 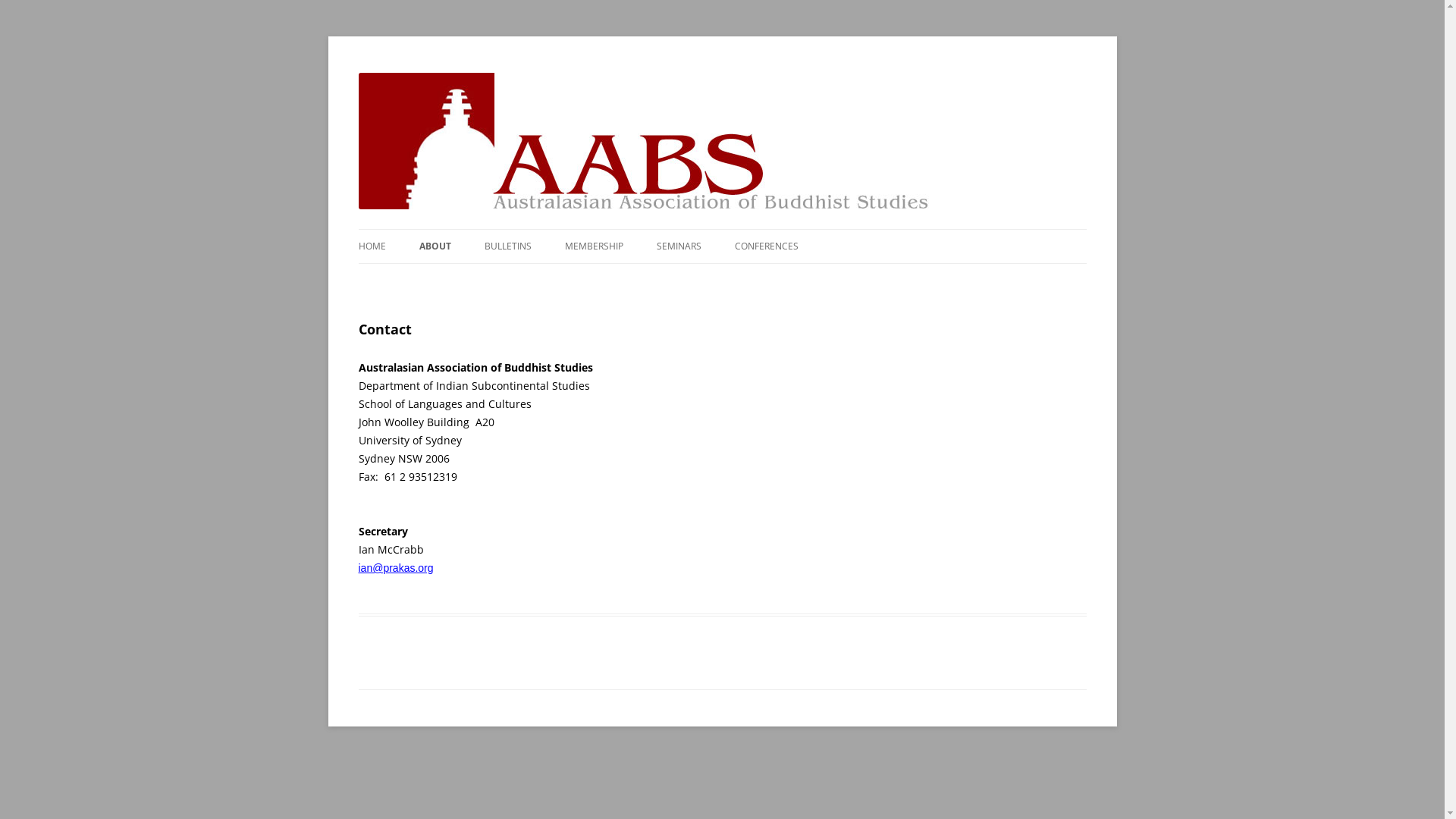 What do you see at coordinates (494, 278) in the screenshot?
I see `'AIMS'` at bounding box center [494, 278].